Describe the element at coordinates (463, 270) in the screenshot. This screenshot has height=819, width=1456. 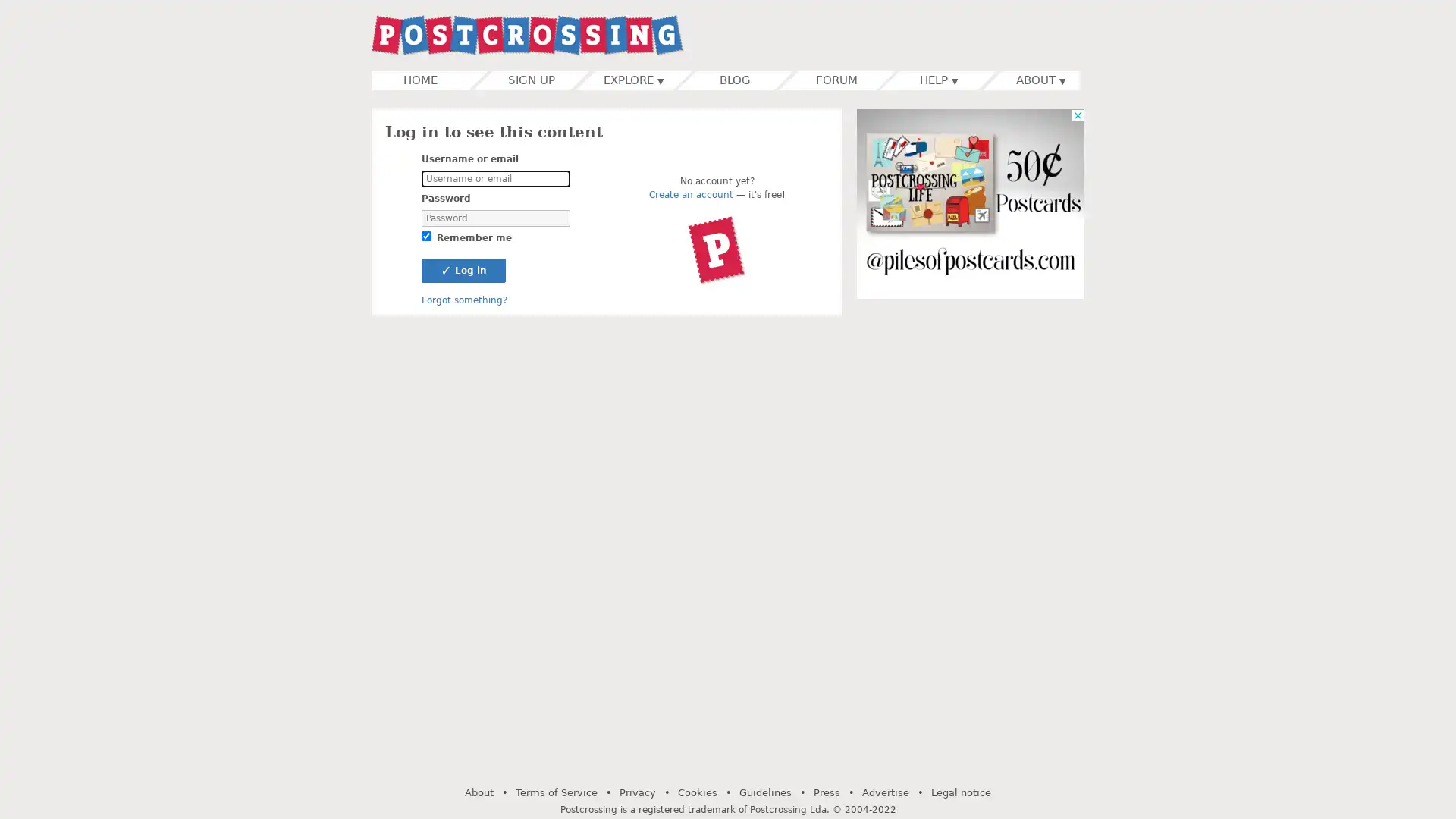
I see `Log in` at that location.